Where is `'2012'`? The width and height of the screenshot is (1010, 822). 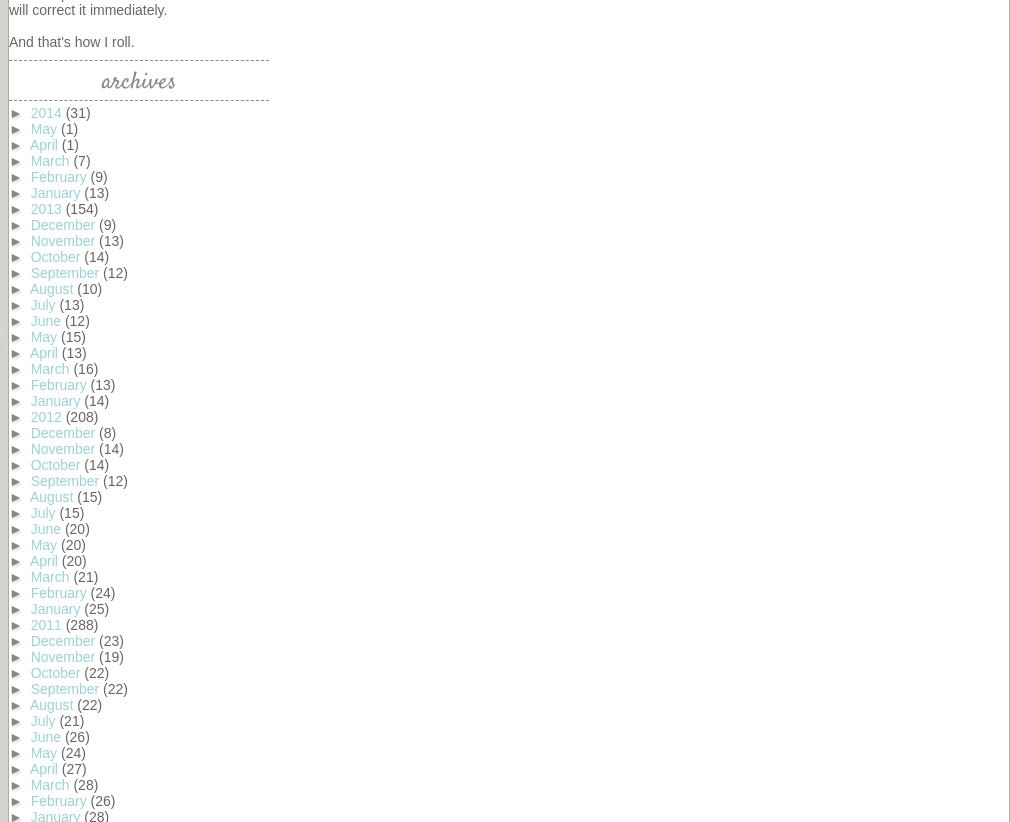
'2012' is located at coordinates (46, 416).